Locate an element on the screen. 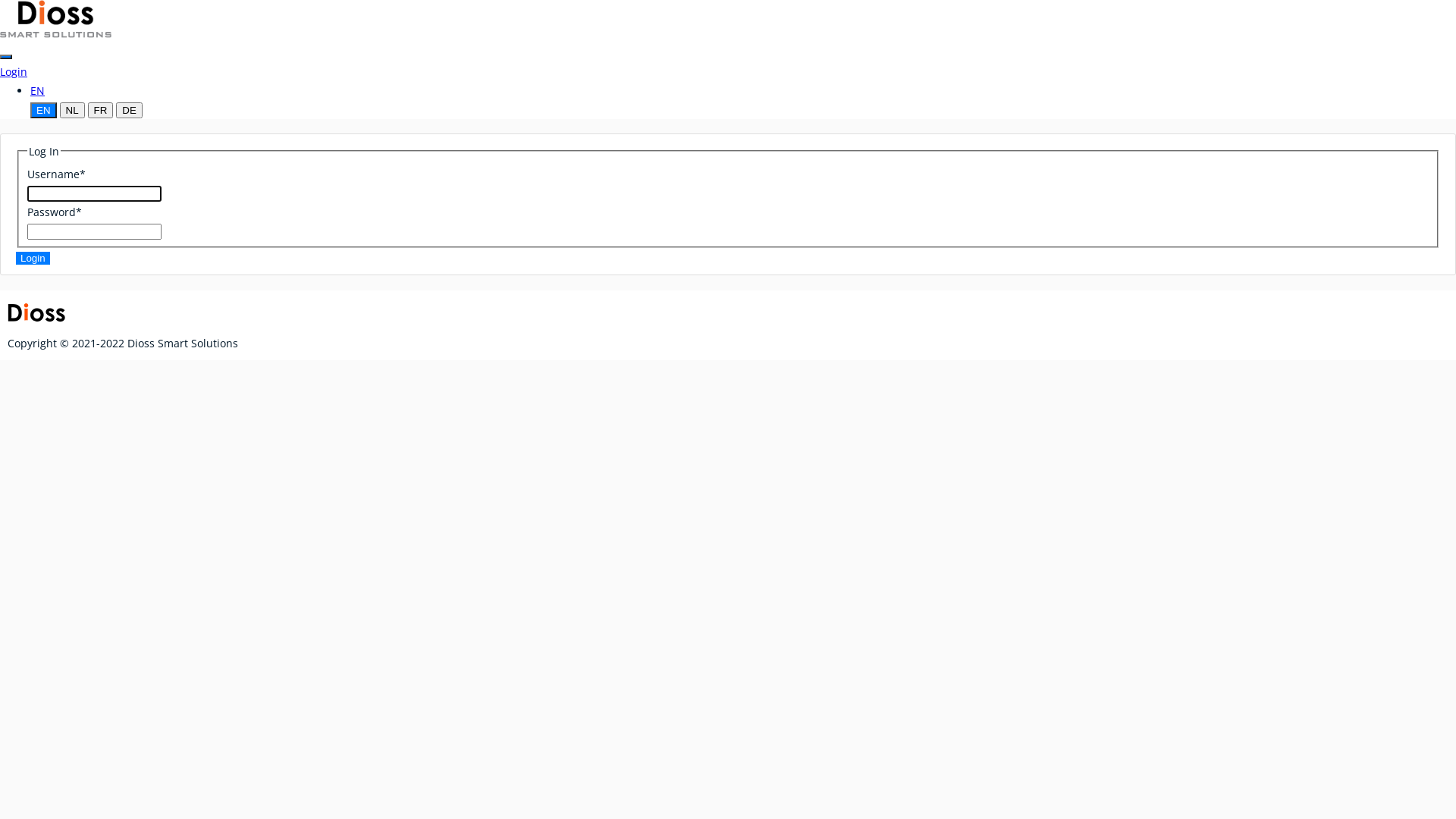  'DE' is located at coordinates (115, 109).